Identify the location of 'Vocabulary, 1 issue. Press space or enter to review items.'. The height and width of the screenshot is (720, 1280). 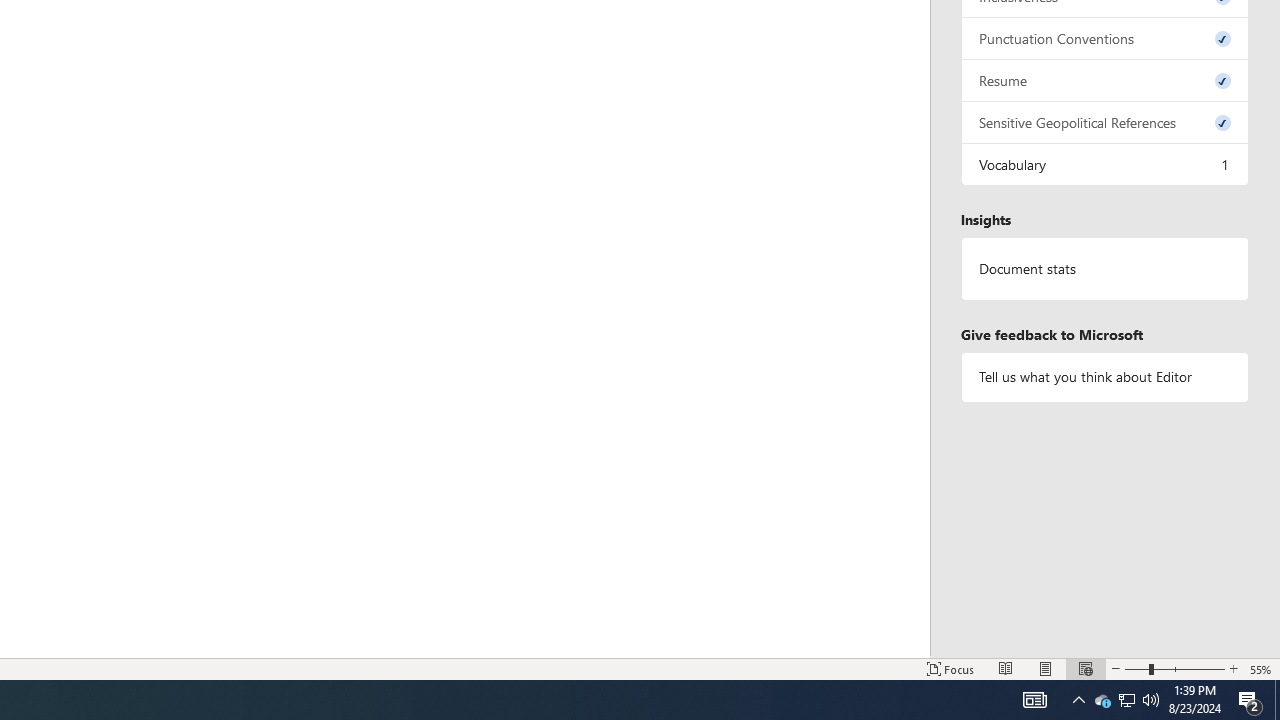
(1104, 163).